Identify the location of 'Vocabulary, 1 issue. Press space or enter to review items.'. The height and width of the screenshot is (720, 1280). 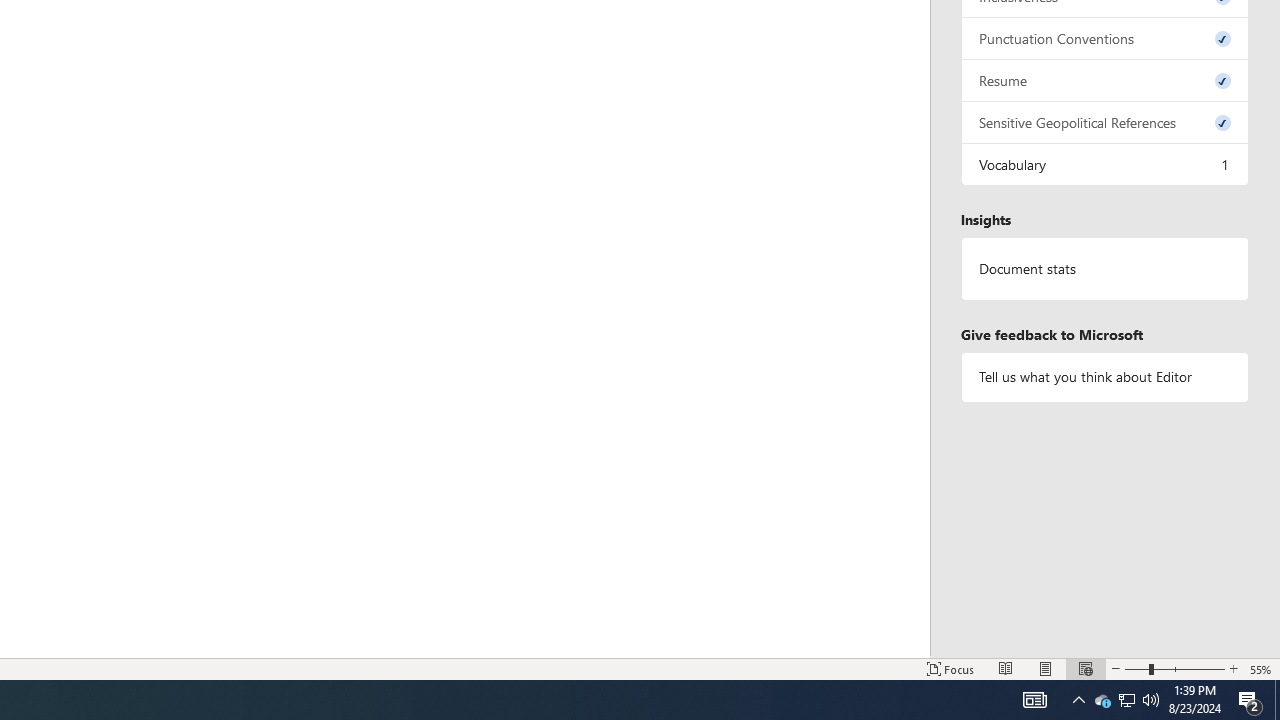
(1104, 163).